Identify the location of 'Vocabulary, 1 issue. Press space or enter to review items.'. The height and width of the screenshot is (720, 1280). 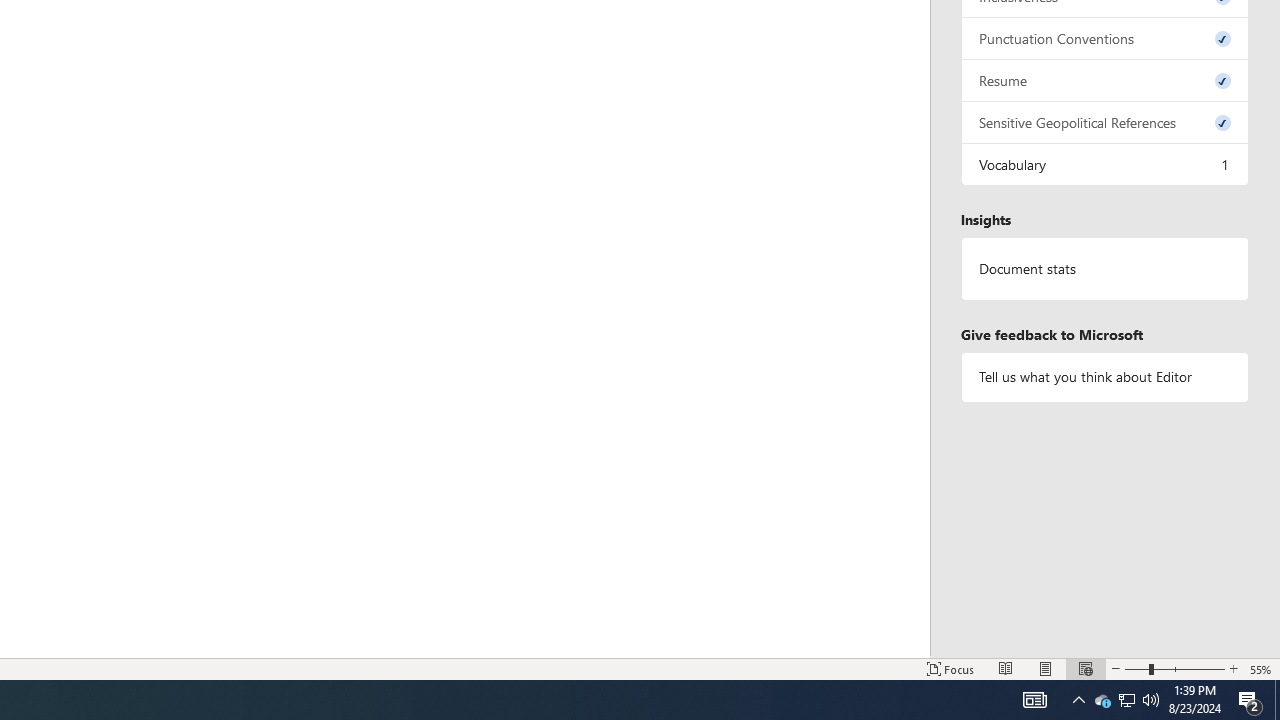
(1104, 163).